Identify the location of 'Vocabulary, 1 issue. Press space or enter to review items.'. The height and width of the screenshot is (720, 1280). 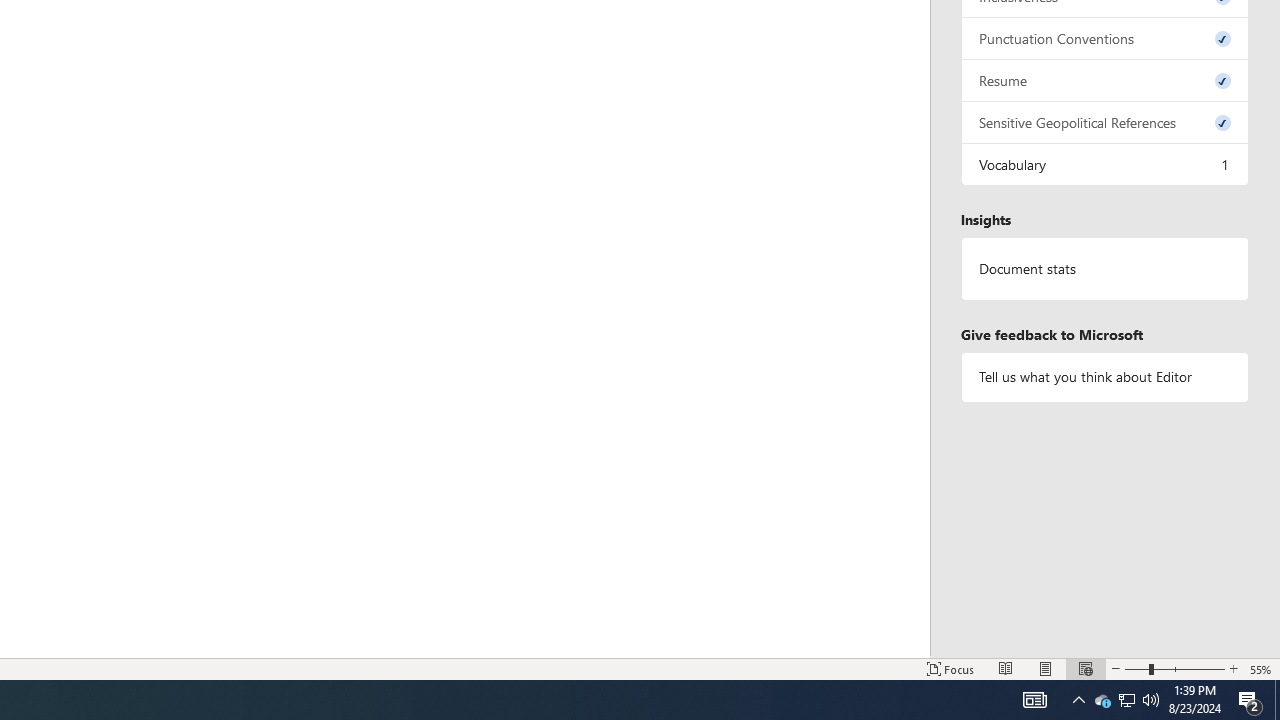
(1104, 163).